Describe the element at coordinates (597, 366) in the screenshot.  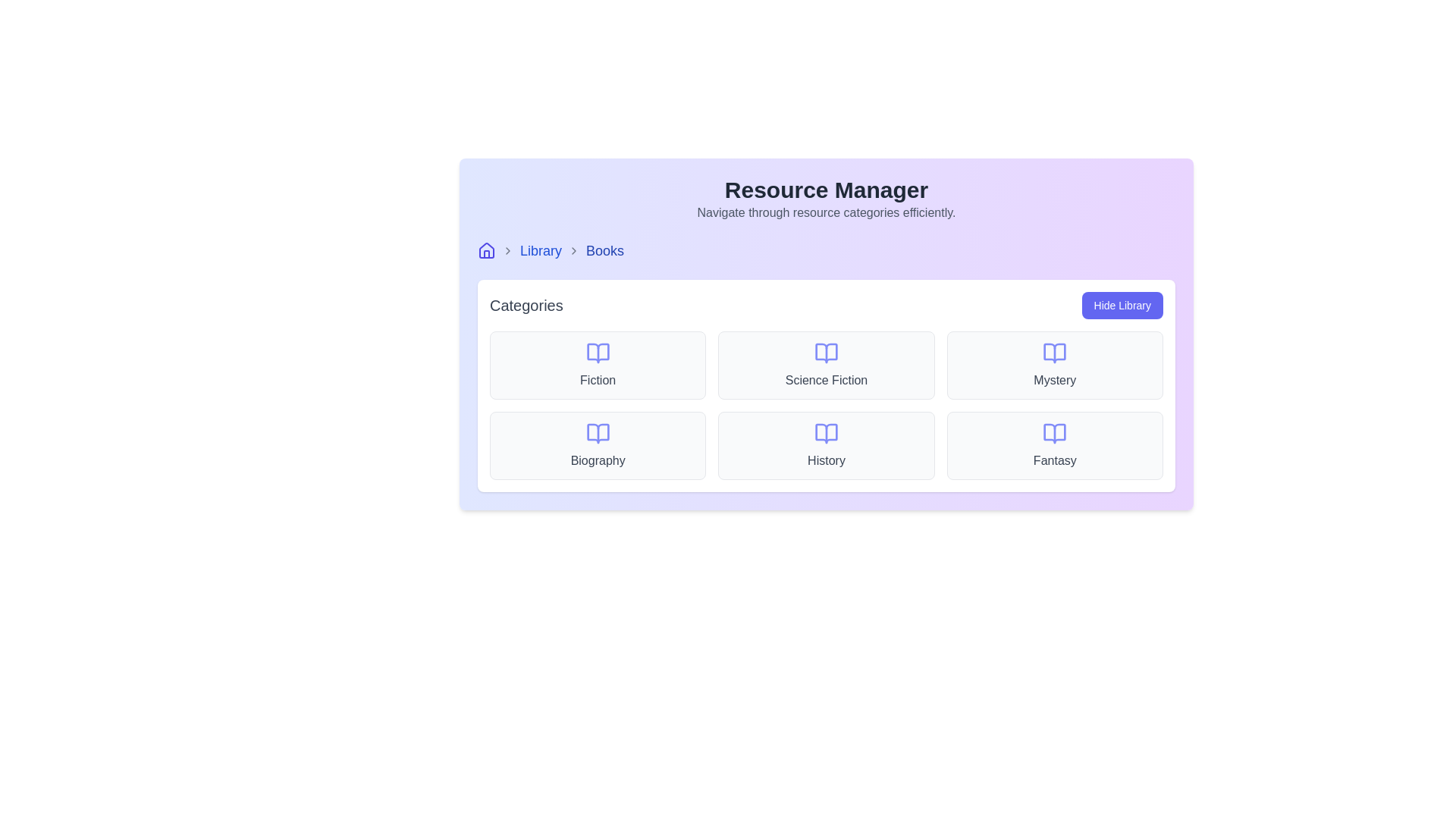
I see `the 'Fiction' category card within the 'Categories' section` at that location.